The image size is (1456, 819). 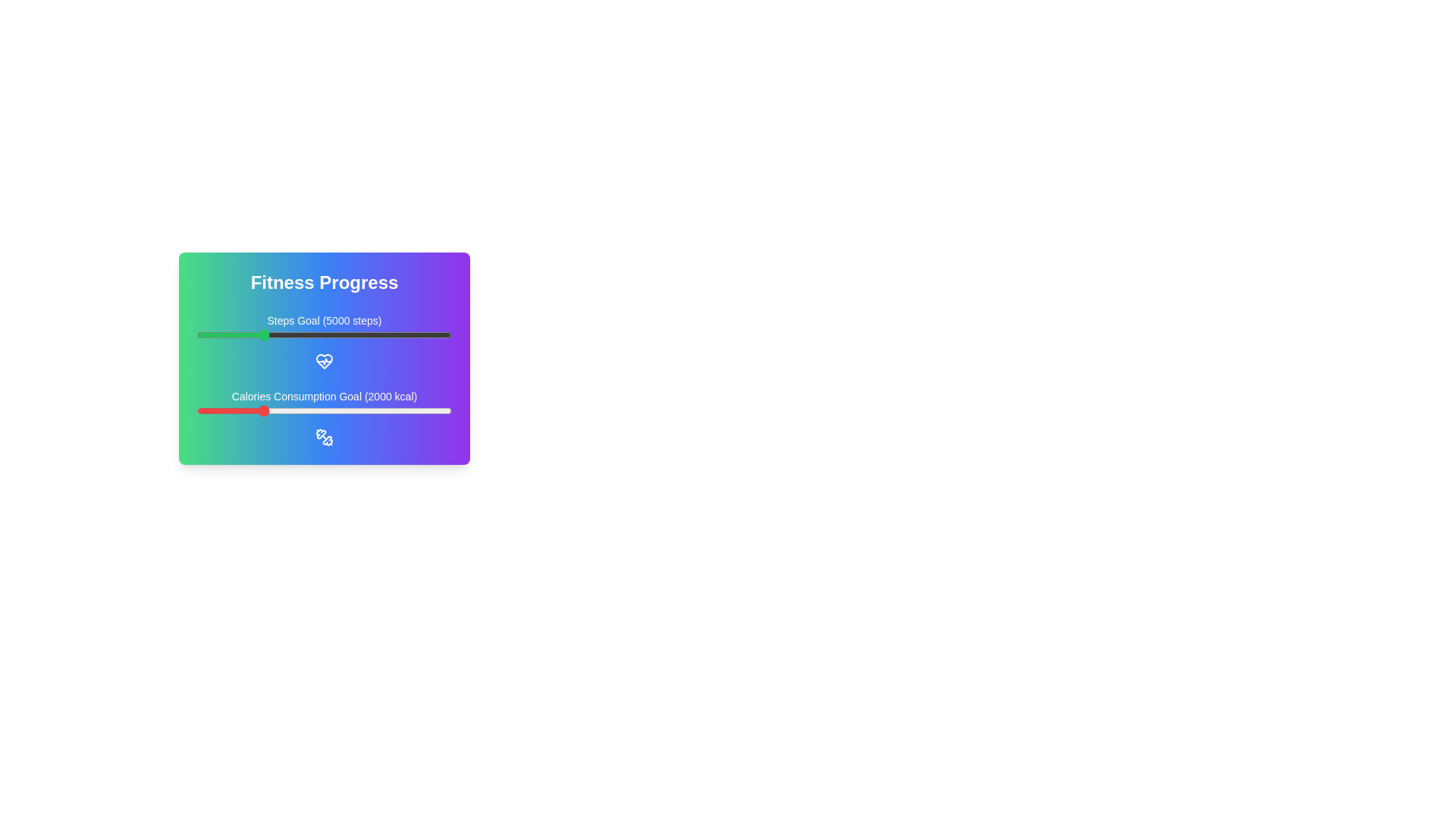 I want to click on the steps goal, so click(x=346, y=334).